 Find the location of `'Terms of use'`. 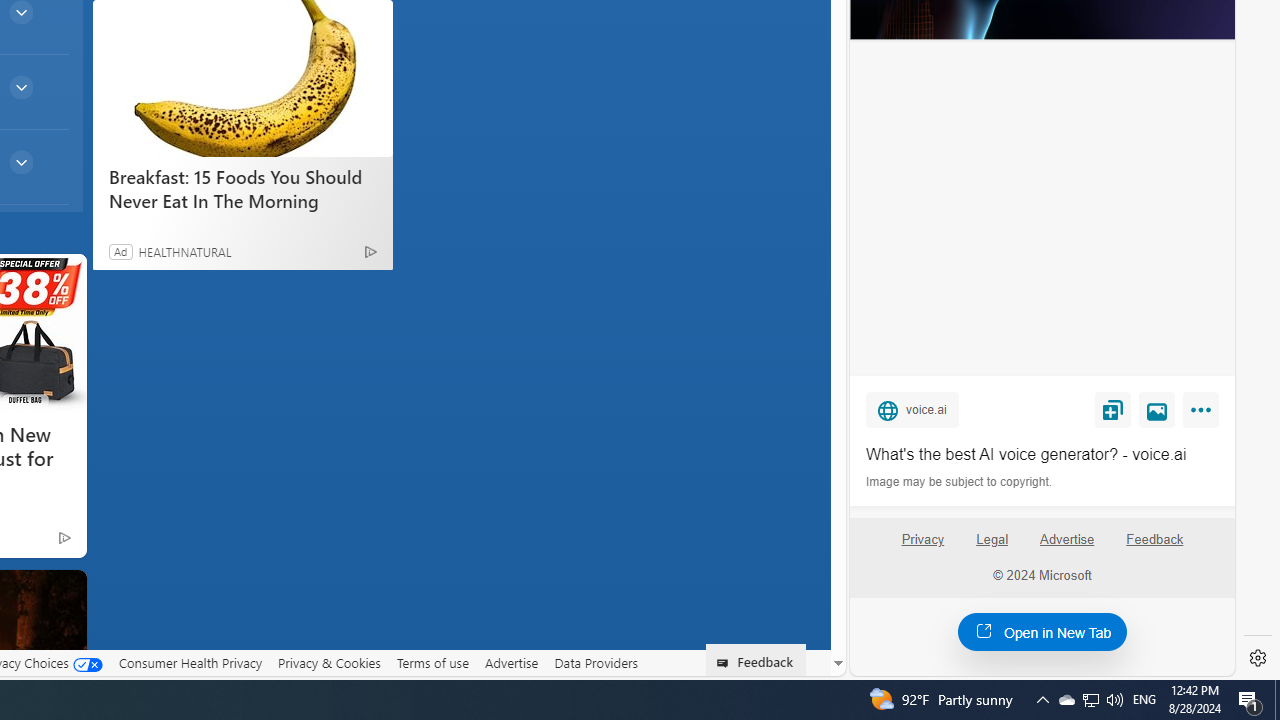

'Terms of use' is located at coordinates (431, 662).